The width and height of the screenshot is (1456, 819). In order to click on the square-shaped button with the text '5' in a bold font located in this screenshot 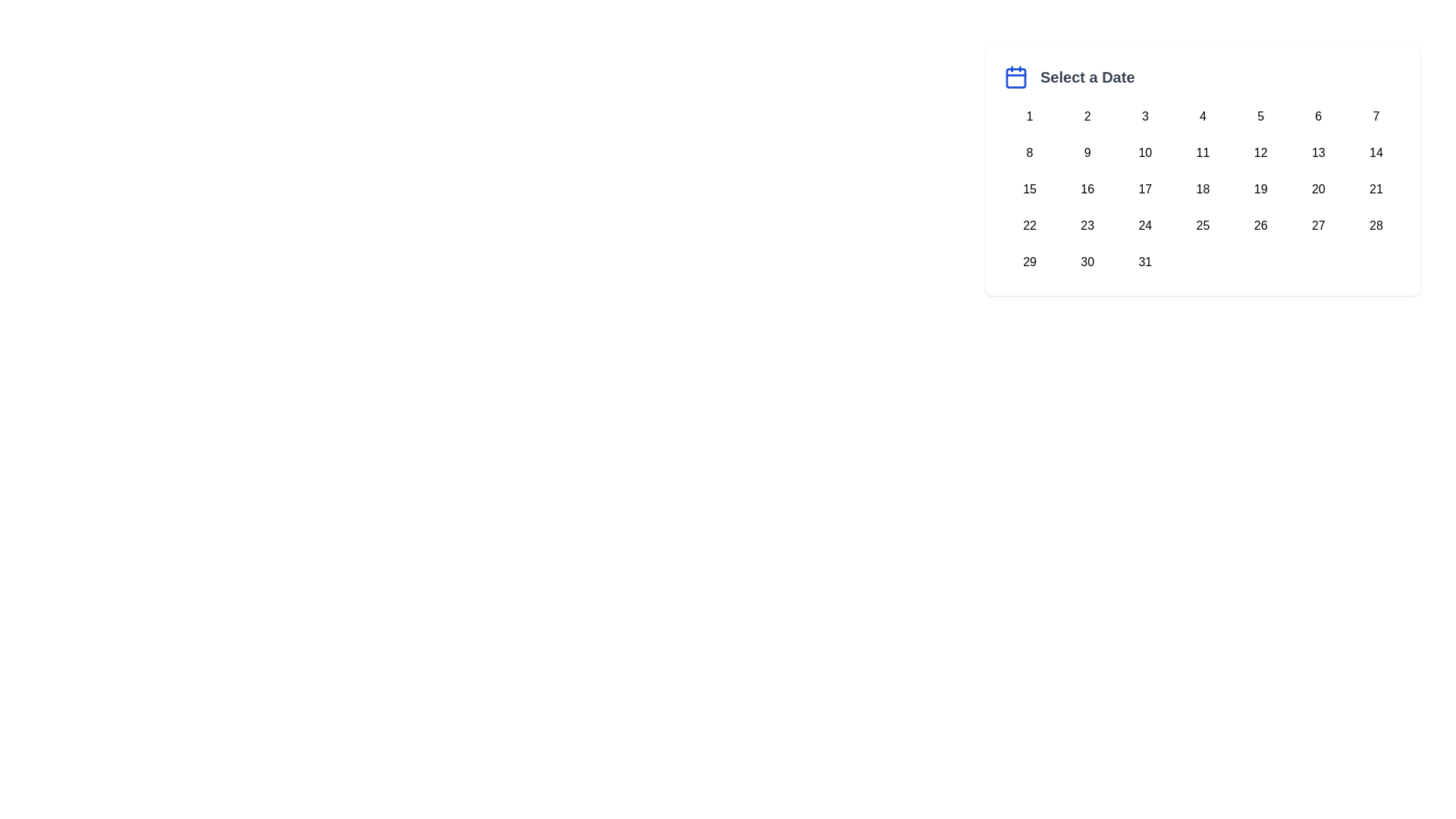, I will do `click(1260, 116)`.